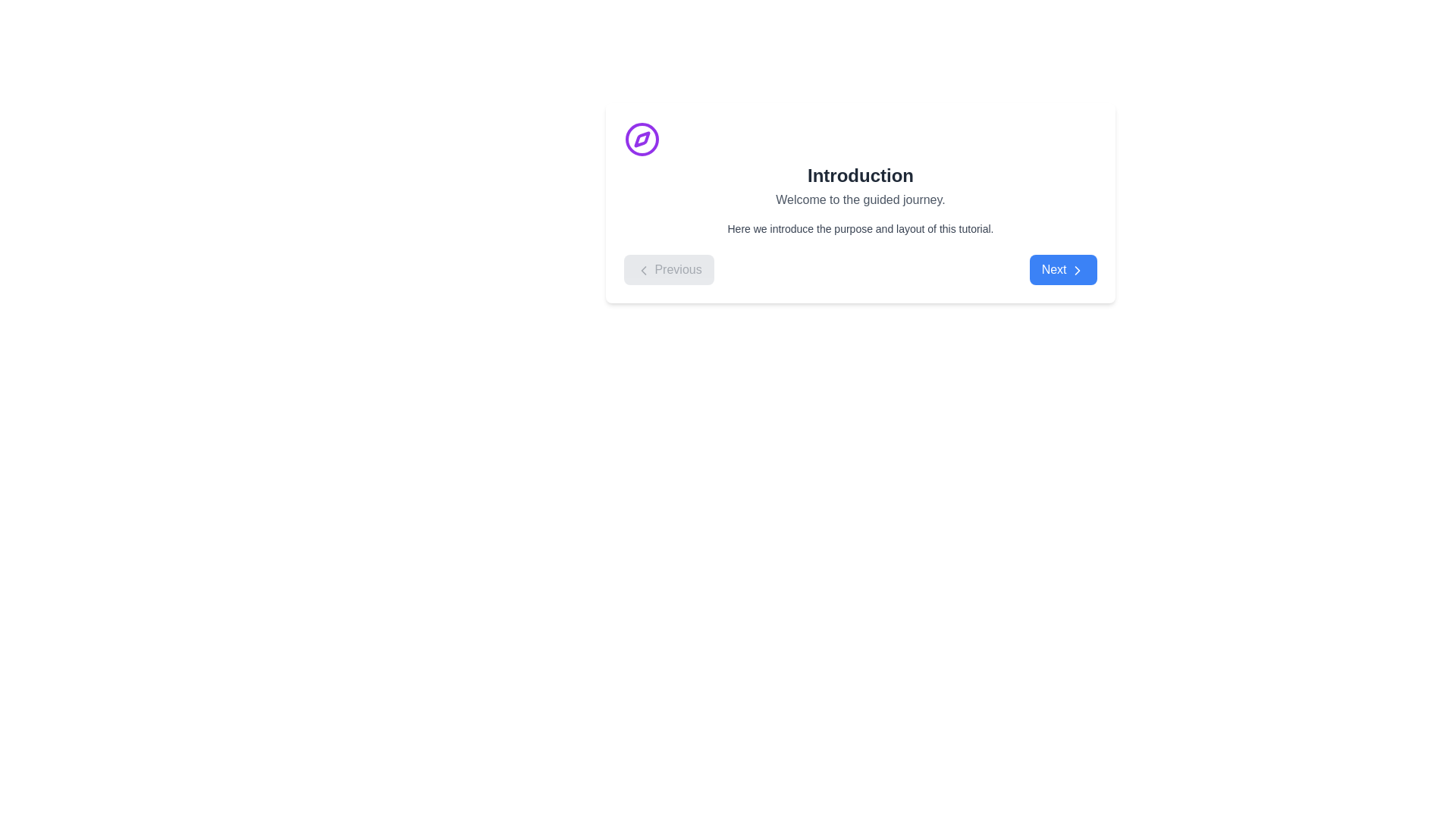 The image size is (1456, 819). What do you see at coordinates (642, 140) in the screenshot?
I see `the inner segment of the compass icon located on the leftmost side of the card component in the center of the page` at bounding box center [642, 140].